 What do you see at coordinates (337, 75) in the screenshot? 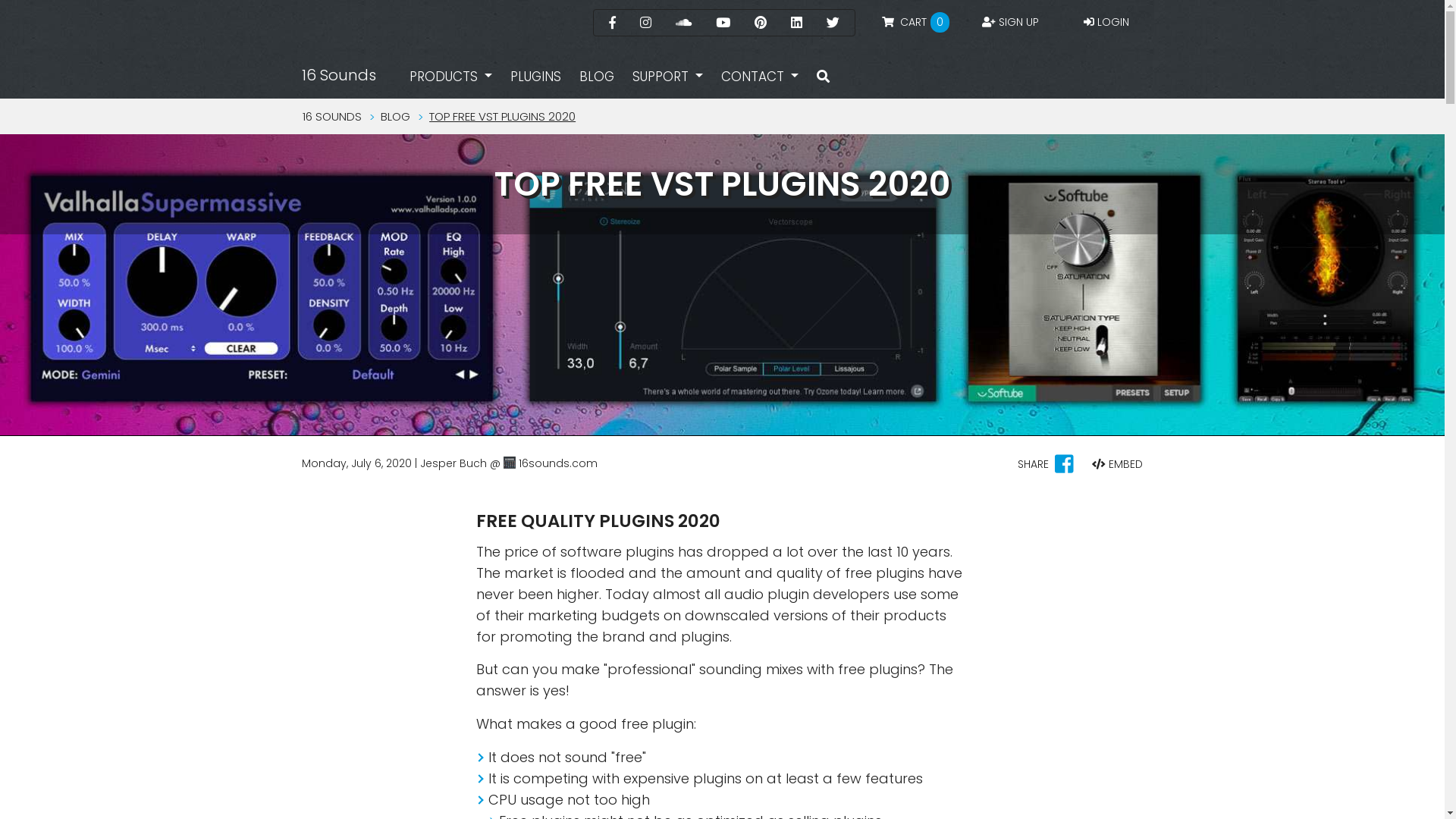
I see `'16 Sounds'` at bounding box center [337, 75].